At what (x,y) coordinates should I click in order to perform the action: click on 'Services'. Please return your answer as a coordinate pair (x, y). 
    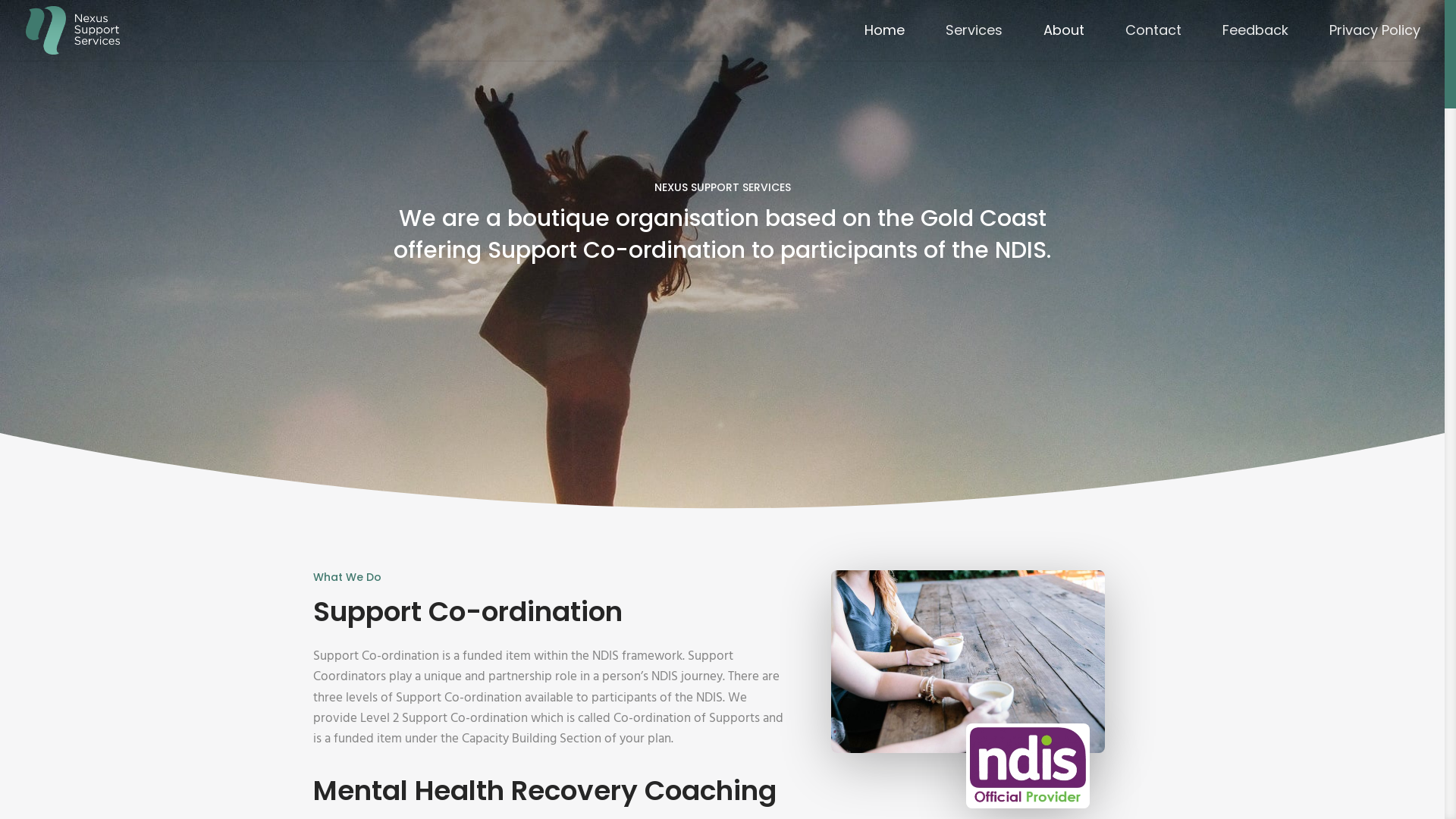
    Looking at the image, I should click on (945, 42).